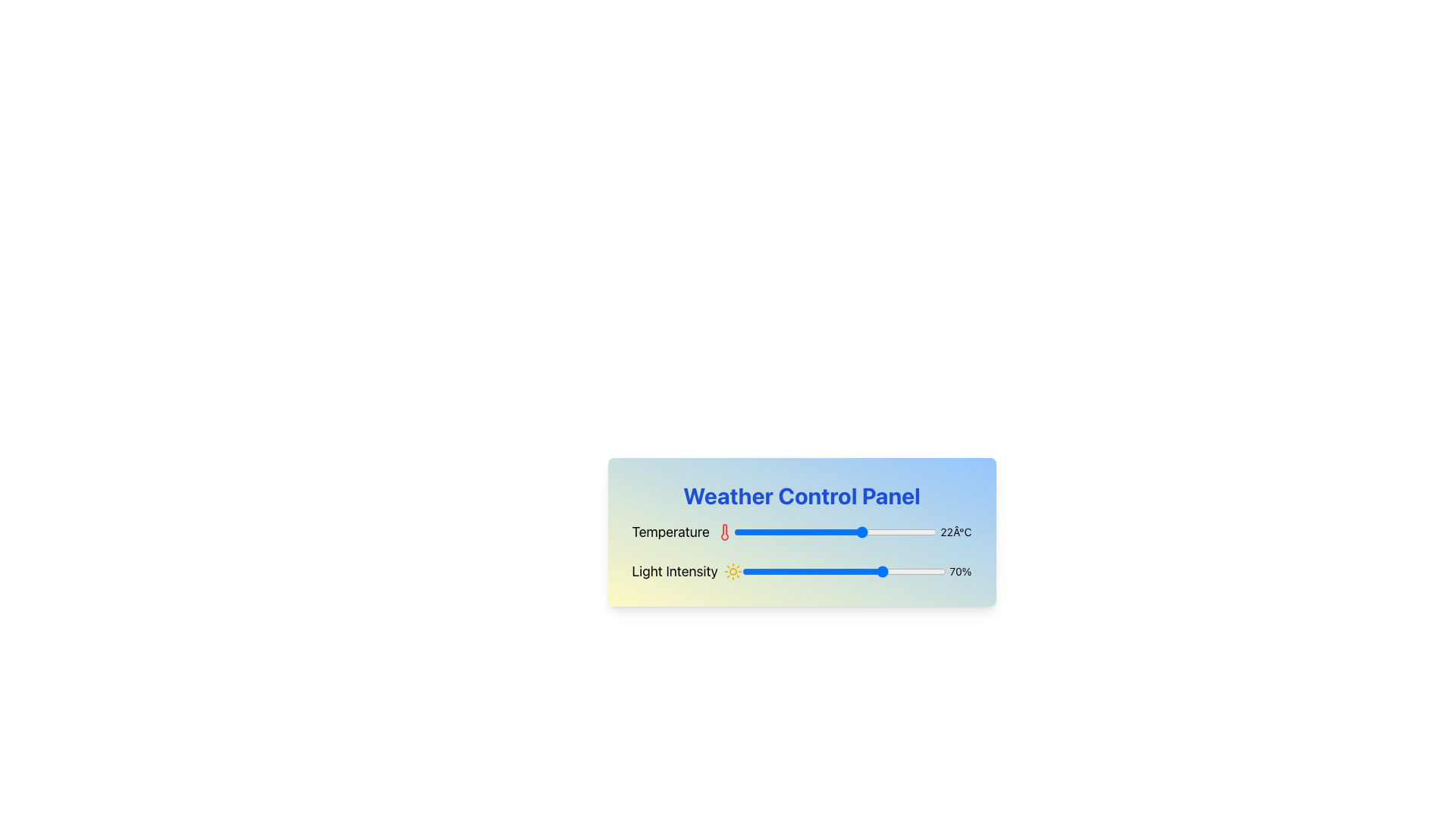 The height and width of the screenshot is (819, 1456). I want to click on the temperature slider, so click(794, 532).